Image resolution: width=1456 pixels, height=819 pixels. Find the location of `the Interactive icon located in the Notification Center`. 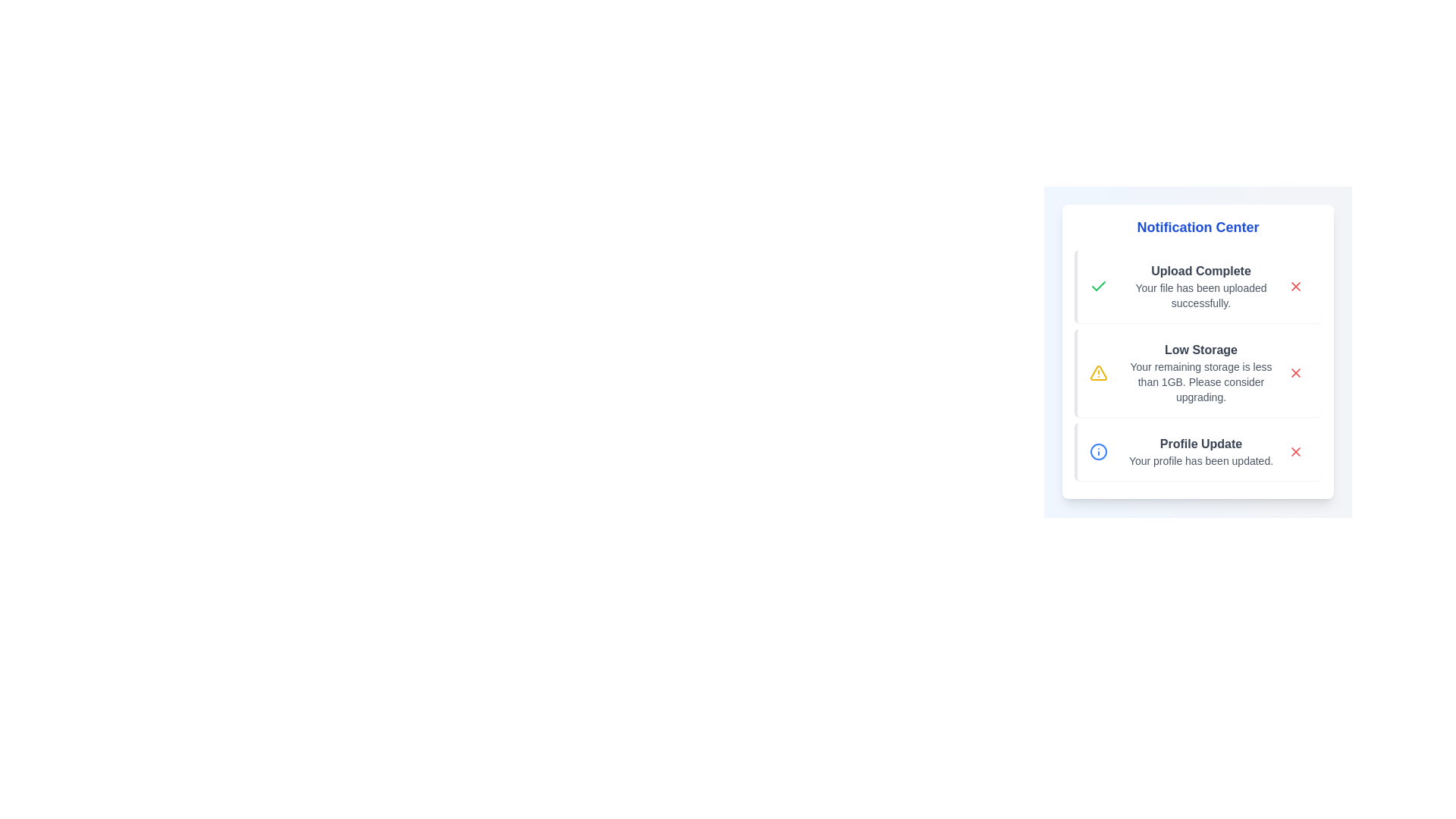

the Interactive icon located in the Notification Center is located at coordinates (1294, 287).